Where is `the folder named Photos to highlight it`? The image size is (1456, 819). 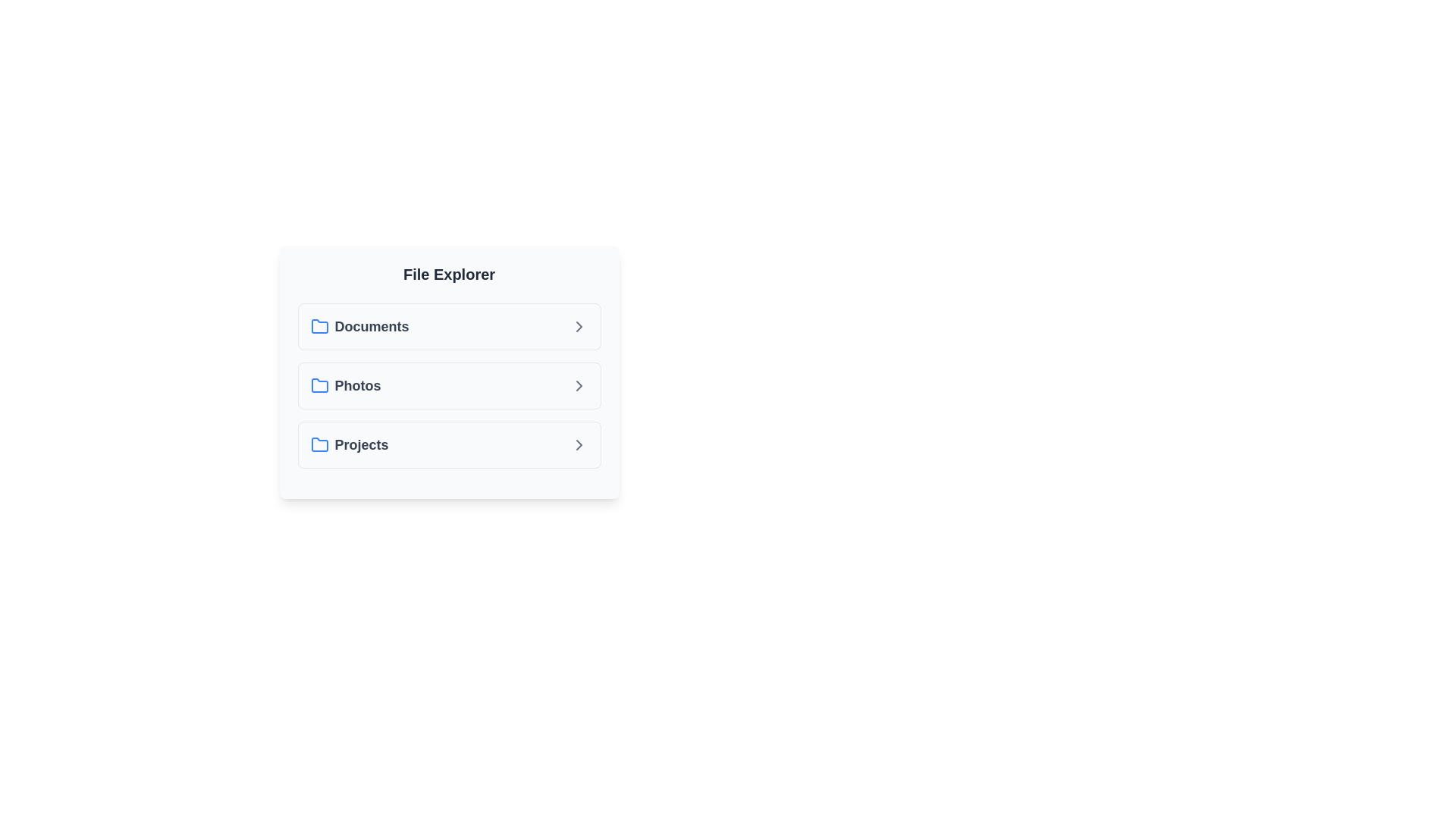 the folder named Photos to highlight it is located at coordinates (448, 385).